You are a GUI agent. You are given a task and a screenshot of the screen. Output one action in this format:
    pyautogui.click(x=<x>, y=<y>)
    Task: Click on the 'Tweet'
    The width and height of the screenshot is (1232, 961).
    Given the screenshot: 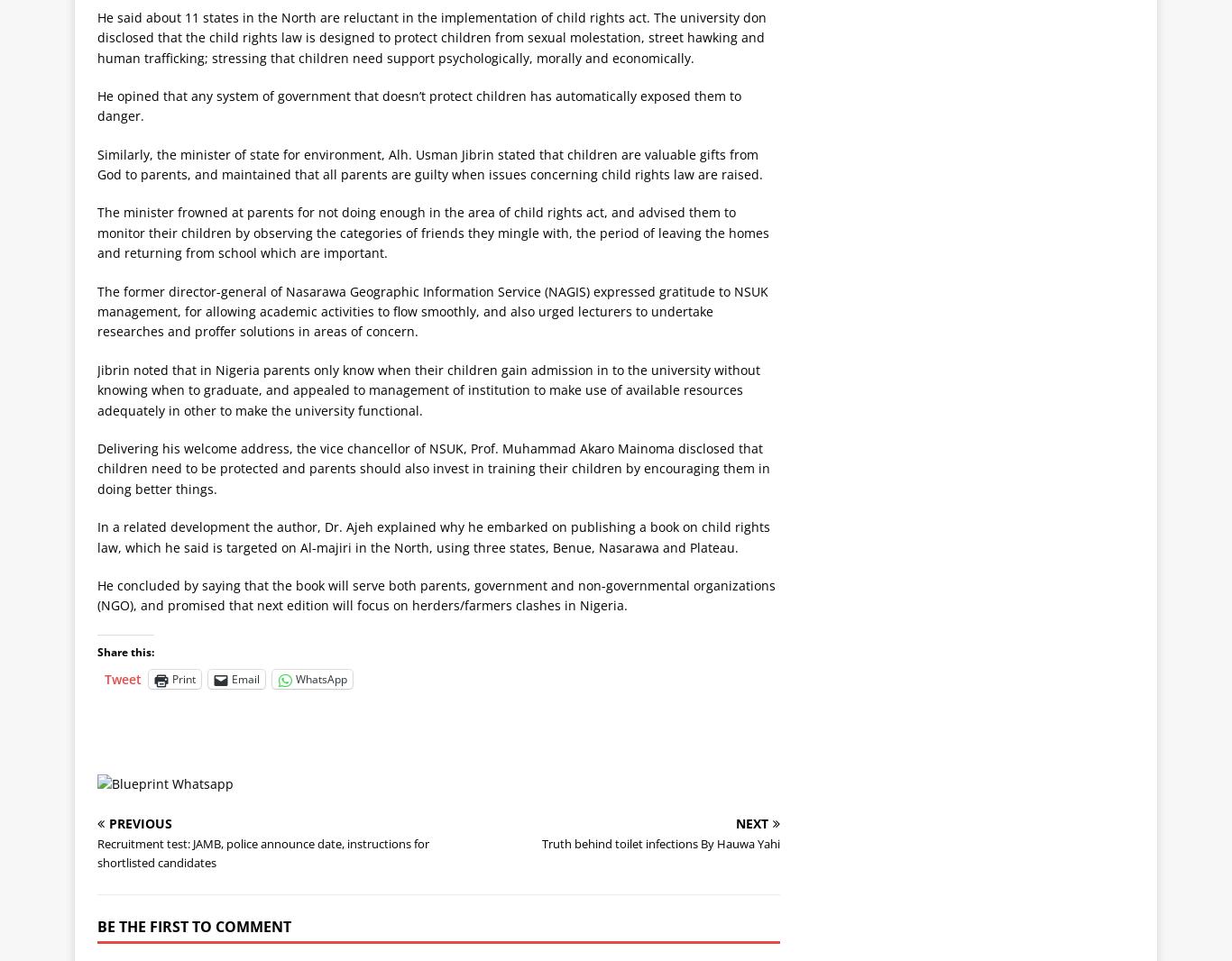 What is the action you would take?
    pyautogui.click(x=122, y=678)
    